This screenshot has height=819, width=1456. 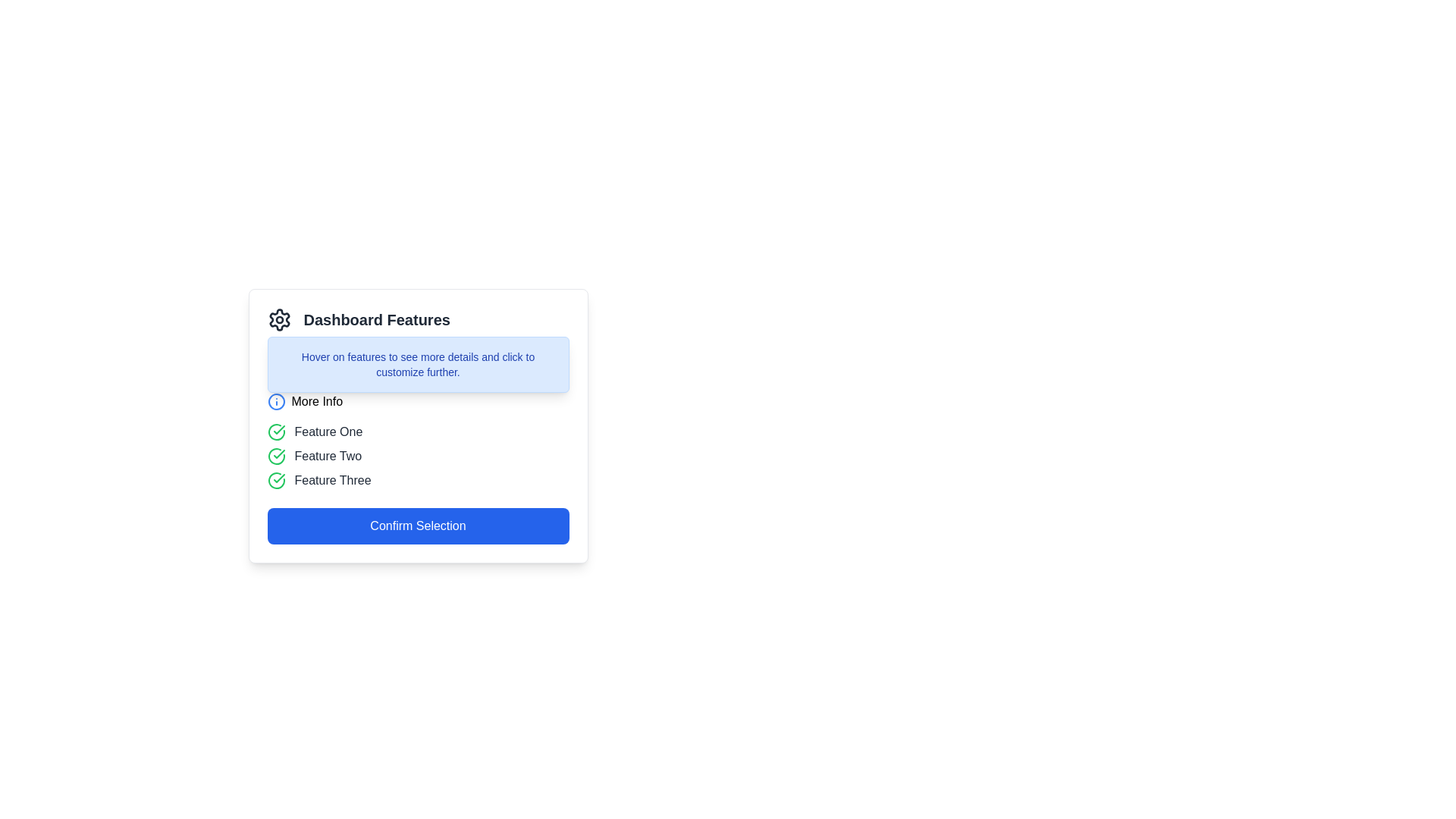 I want to click on the visual indicator icon for 'Feature Three' in the 'Dashboard Features' section, so click(x=276, y=480).